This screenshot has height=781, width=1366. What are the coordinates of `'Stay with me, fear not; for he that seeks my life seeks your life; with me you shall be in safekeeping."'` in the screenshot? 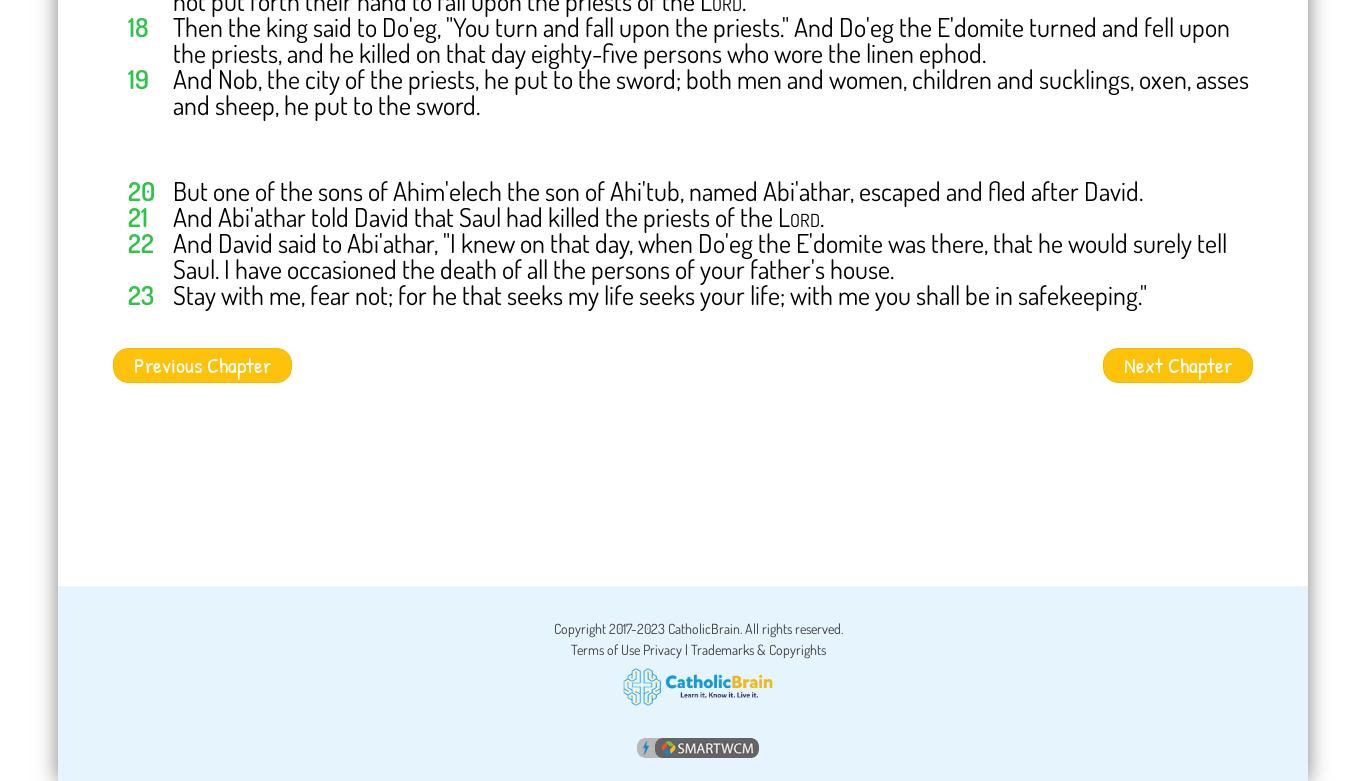 It's located at (659, 294).